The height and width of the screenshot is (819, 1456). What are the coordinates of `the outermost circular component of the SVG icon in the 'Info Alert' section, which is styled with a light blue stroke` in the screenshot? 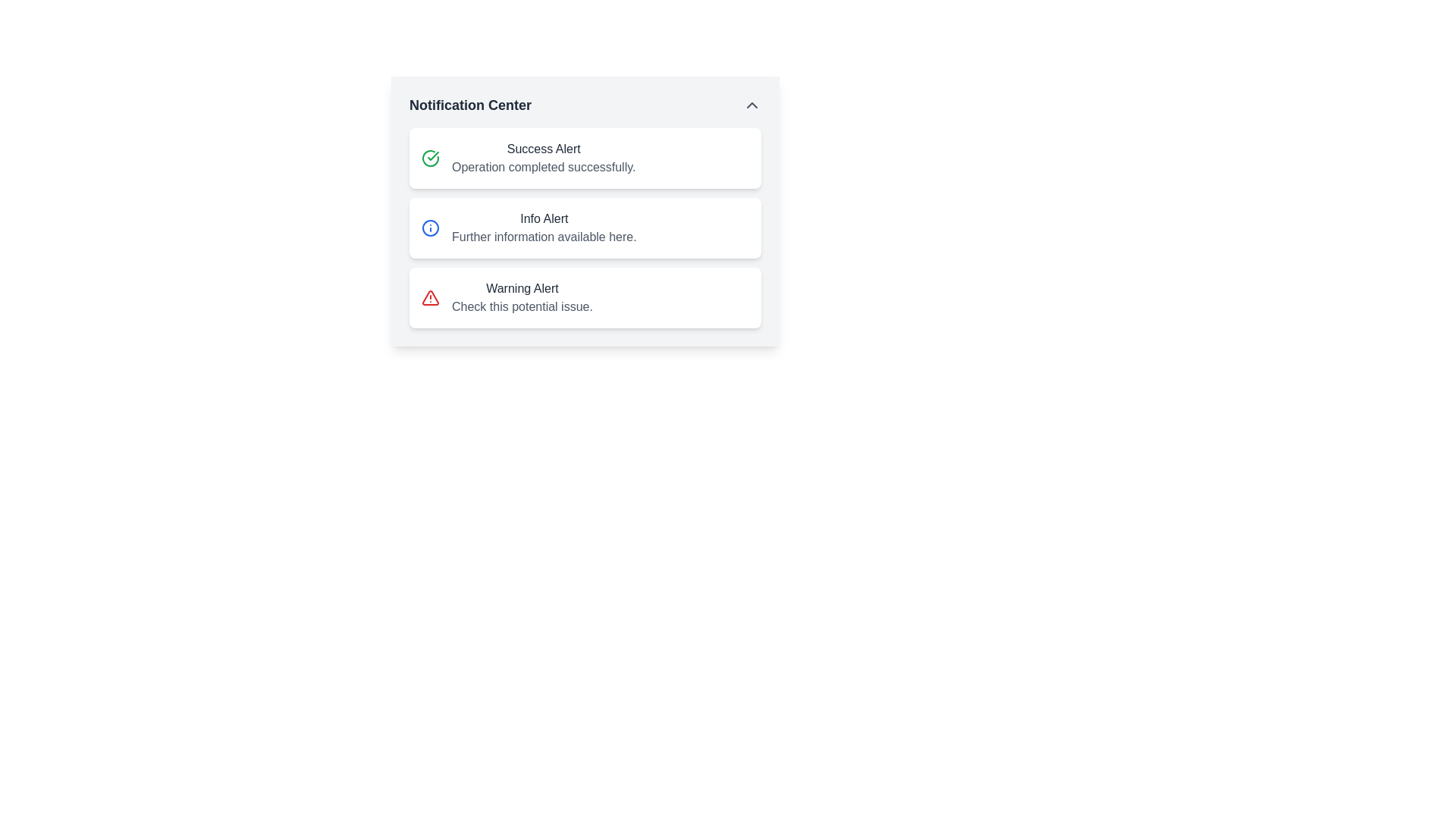 It's located at (429, 227).